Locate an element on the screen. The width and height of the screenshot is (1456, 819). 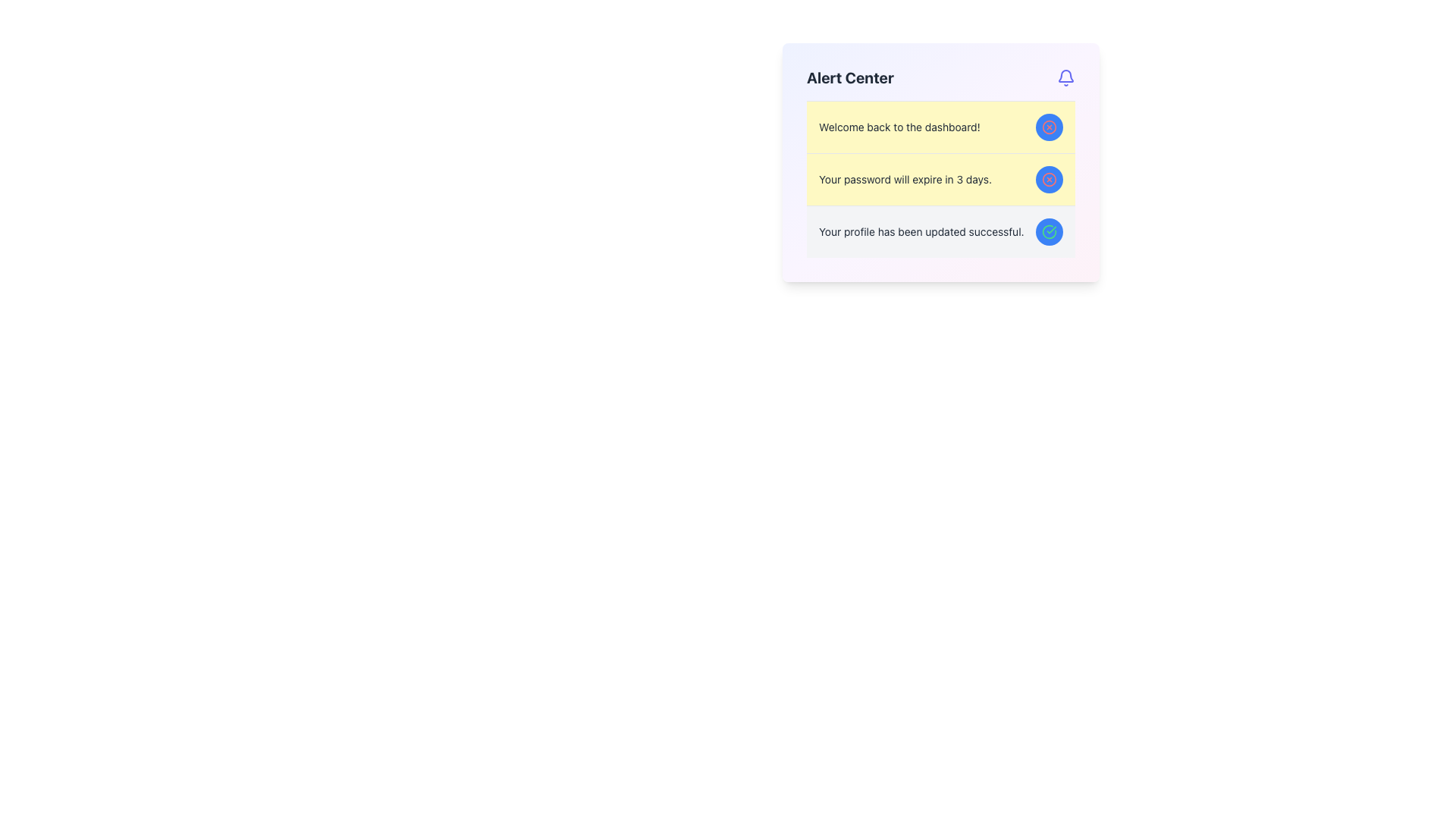
the bell-shaped icon located at the right top corner of the notification panel, which represents notifications or alerts is located at coordinates (1065, 76).